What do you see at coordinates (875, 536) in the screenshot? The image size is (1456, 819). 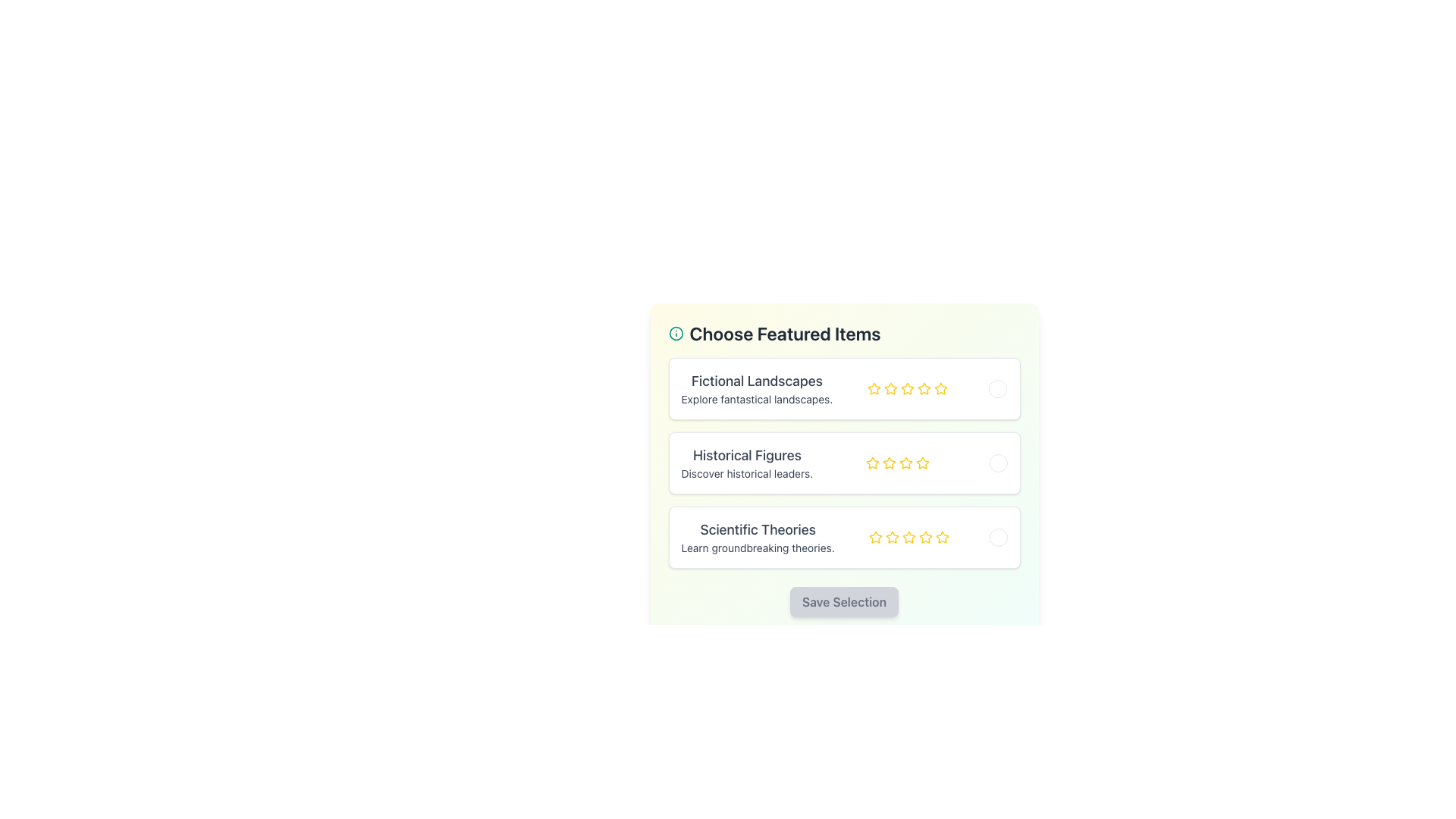 I see `the first star-shaped icon used for ratings, located in the rating system to the right of the 'Scientific Theories' row` at bounding box center [875, 536].